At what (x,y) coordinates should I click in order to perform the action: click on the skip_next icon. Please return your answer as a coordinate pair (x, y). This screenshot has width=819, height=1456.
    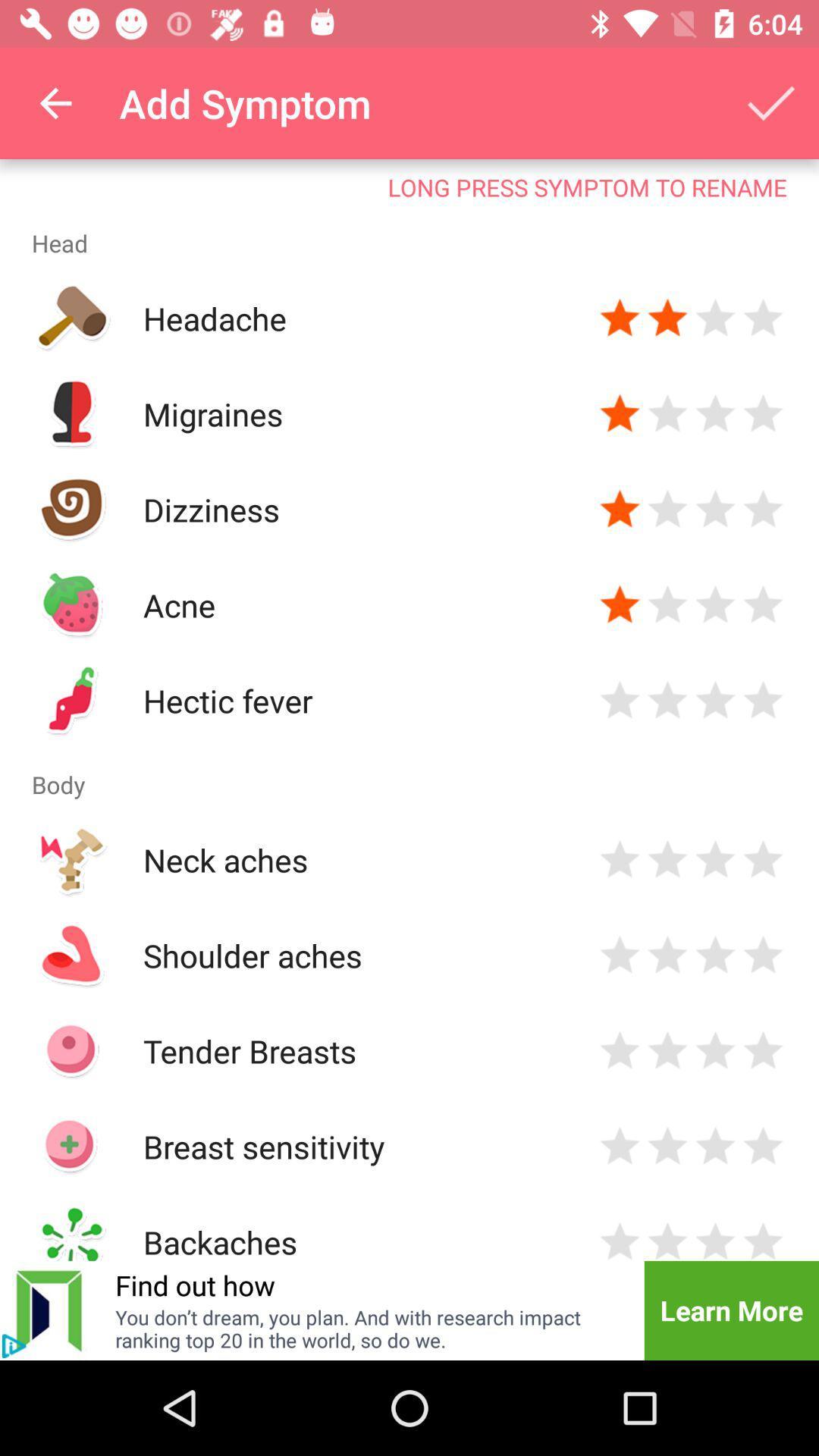
    Looking at the image, I should click on (49, 1310).